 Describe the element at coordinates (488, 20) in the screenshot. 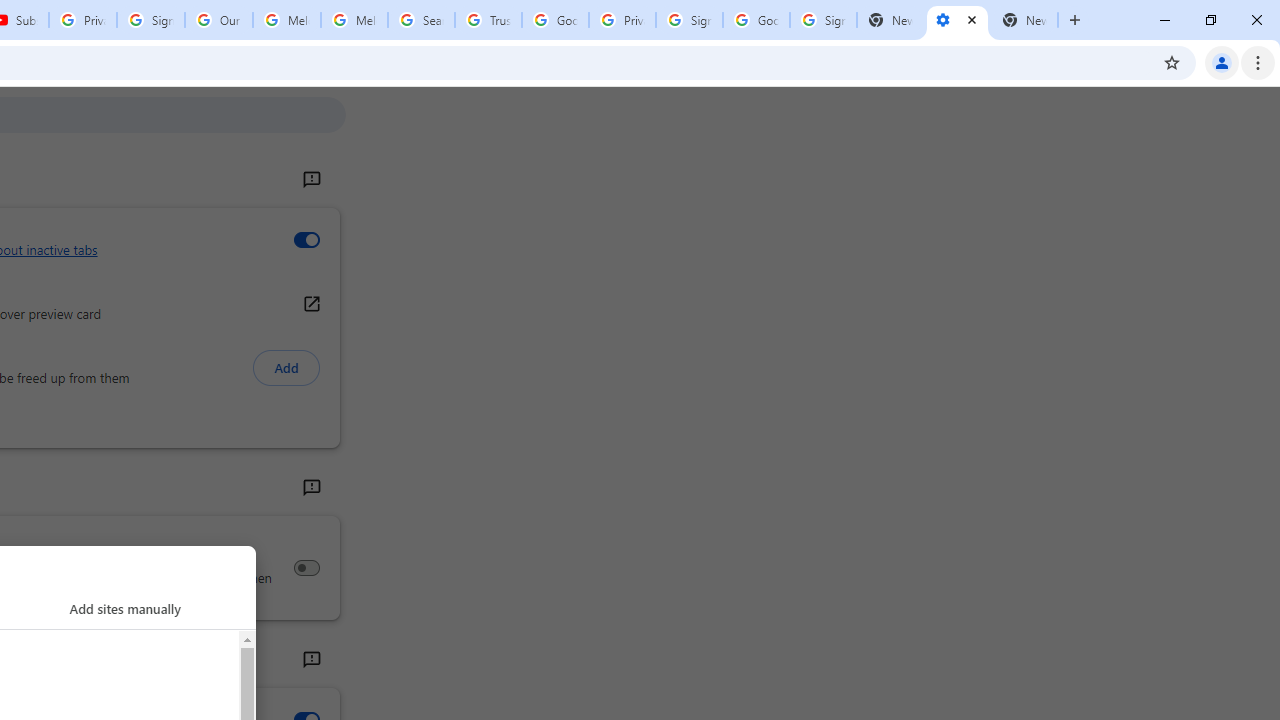

I see `'Trusted Information and Content - Google Safety Center'` at that location.